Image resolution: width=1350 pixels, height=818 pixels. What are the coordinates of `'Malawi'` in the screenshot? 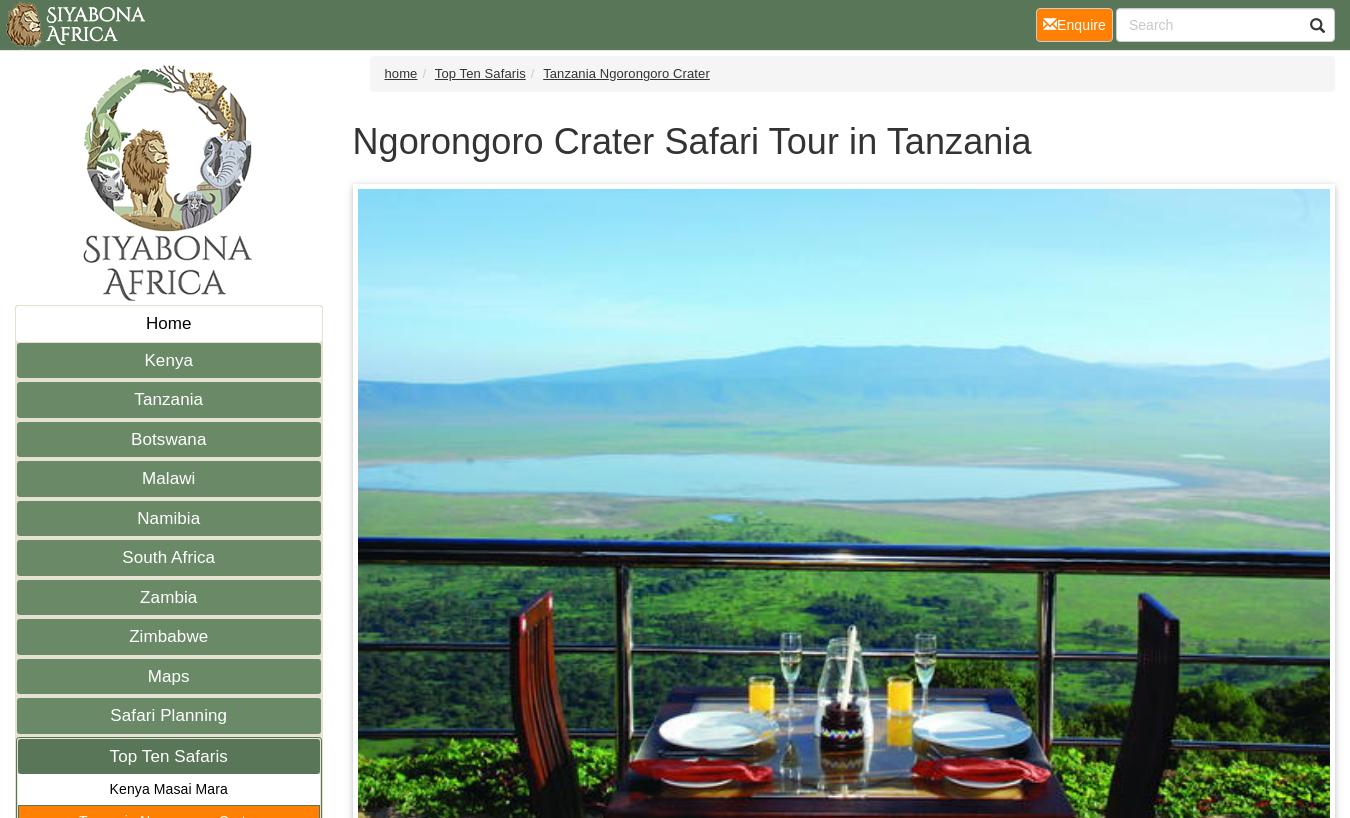 It's located at (167, 478).